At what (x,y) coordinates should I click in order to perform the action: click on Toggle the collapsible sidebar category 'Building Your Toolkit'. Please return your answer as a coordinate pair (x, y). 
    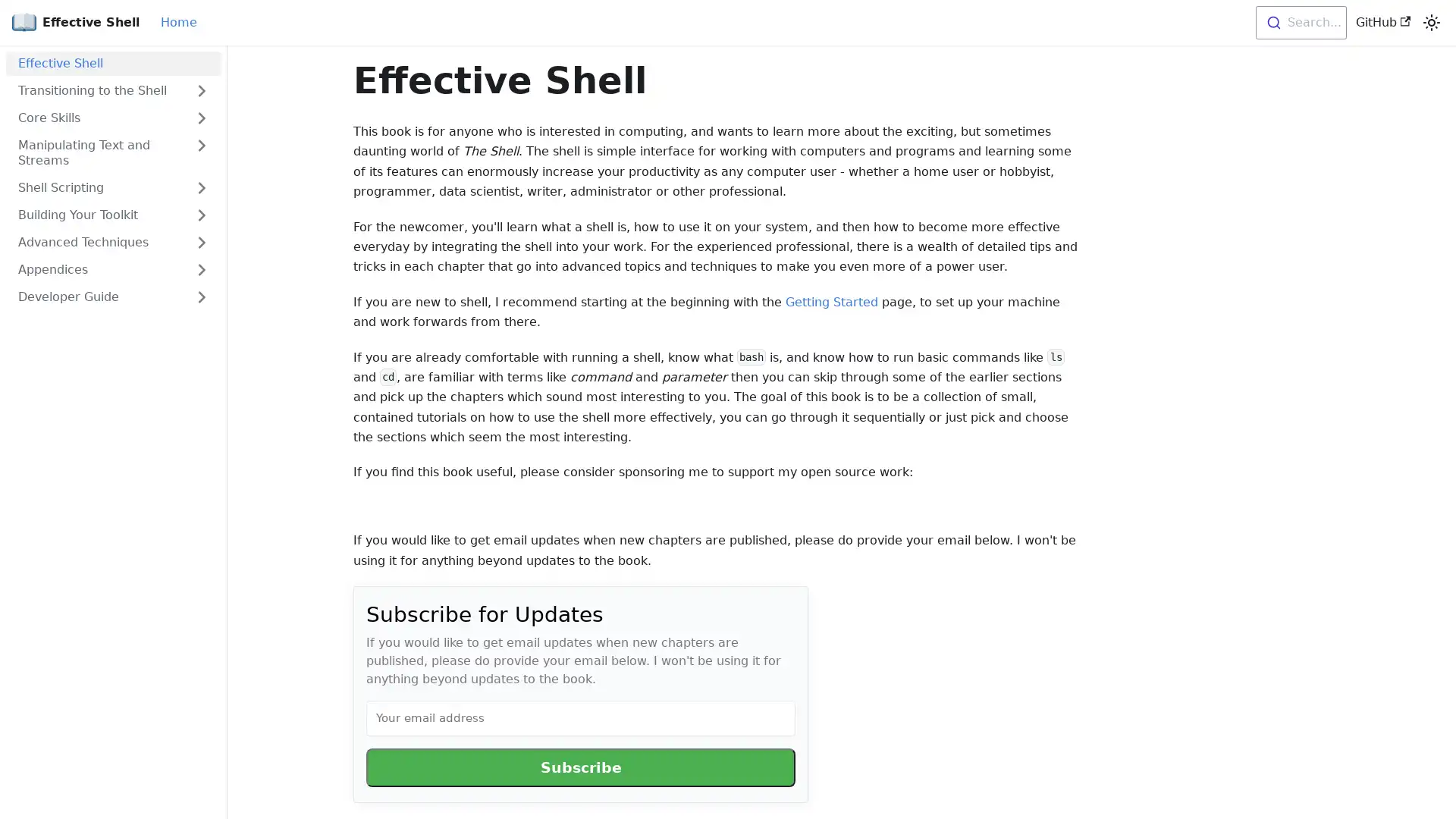
    Looking at the image, I should click on (200, 215).